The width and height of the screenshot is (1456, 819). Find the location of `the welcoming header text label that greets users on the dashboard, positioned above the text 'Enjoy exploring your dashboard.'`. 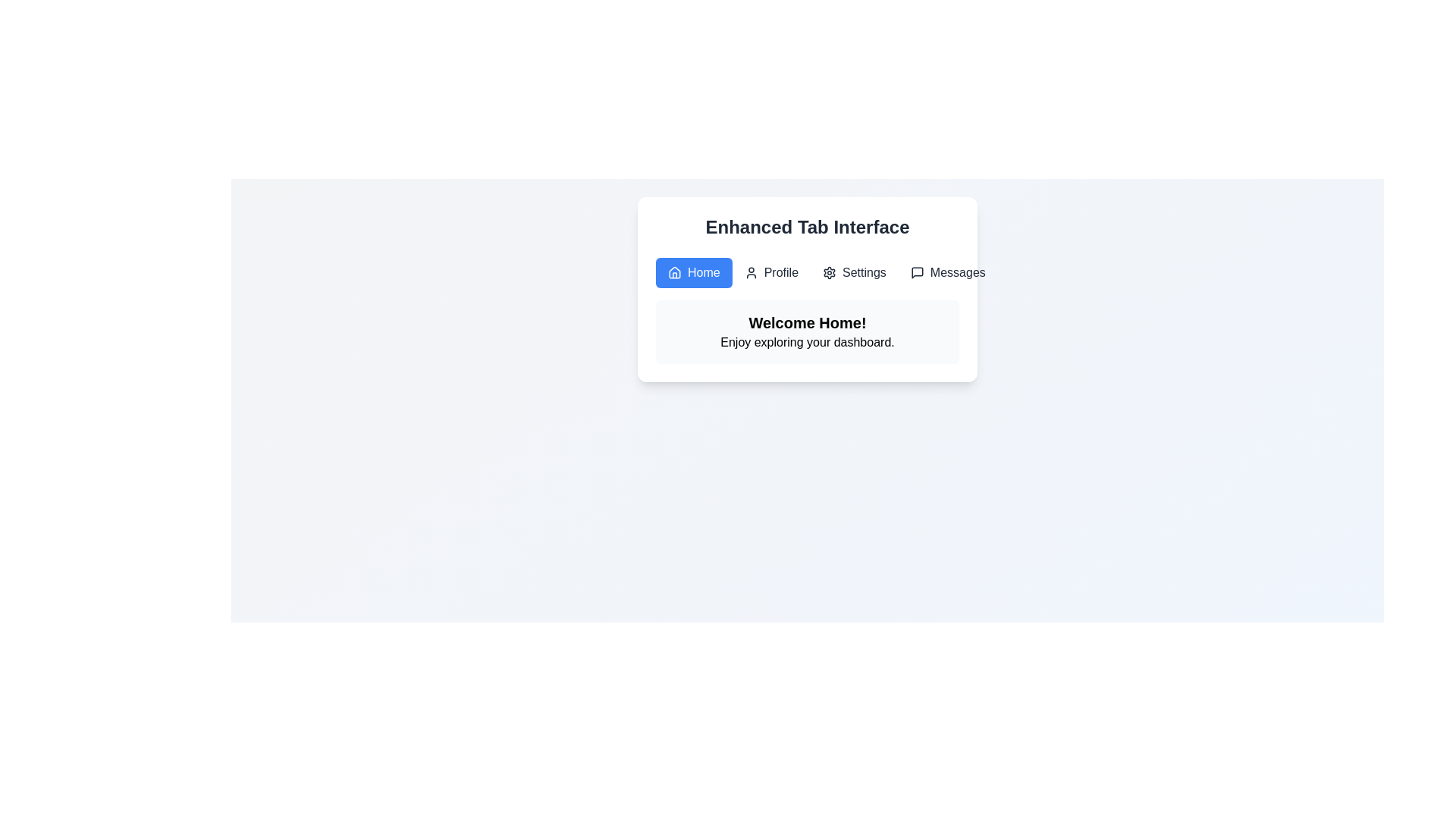

the welcoming header text label that greets users on the dashboard, positioned above the text 'Enjoy exploring your dashboard.' is located at coordinates (807, 322).